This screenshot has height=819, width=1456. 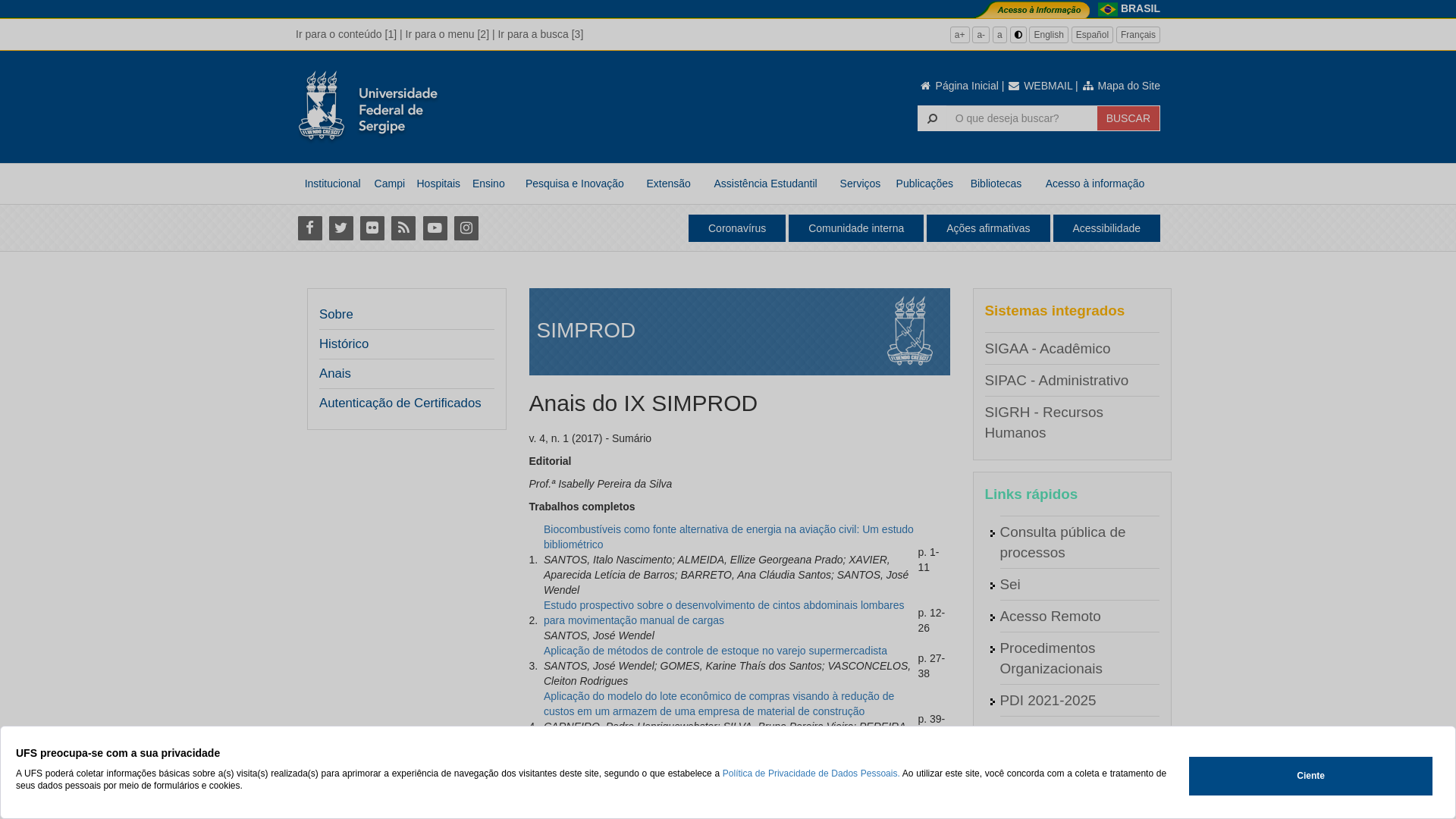 What do you see at coordinates (1047, 34) in the screenshot?
I see `'English'` at bounding box center [1047, 34].